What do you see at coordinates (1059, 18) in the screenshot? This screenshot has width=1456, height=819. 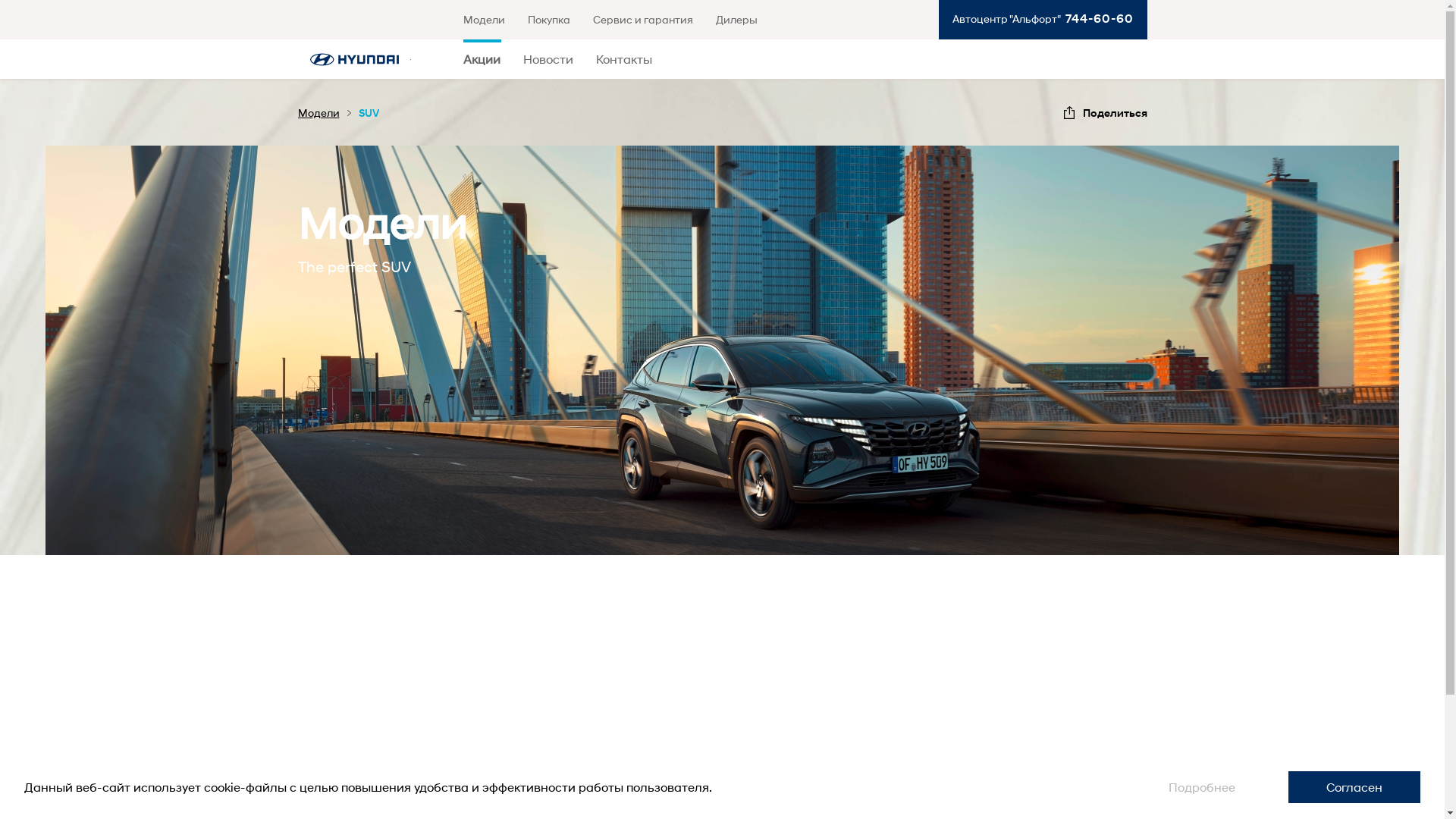 I see `'744-60-60'` at bounding box center [1059, 18].